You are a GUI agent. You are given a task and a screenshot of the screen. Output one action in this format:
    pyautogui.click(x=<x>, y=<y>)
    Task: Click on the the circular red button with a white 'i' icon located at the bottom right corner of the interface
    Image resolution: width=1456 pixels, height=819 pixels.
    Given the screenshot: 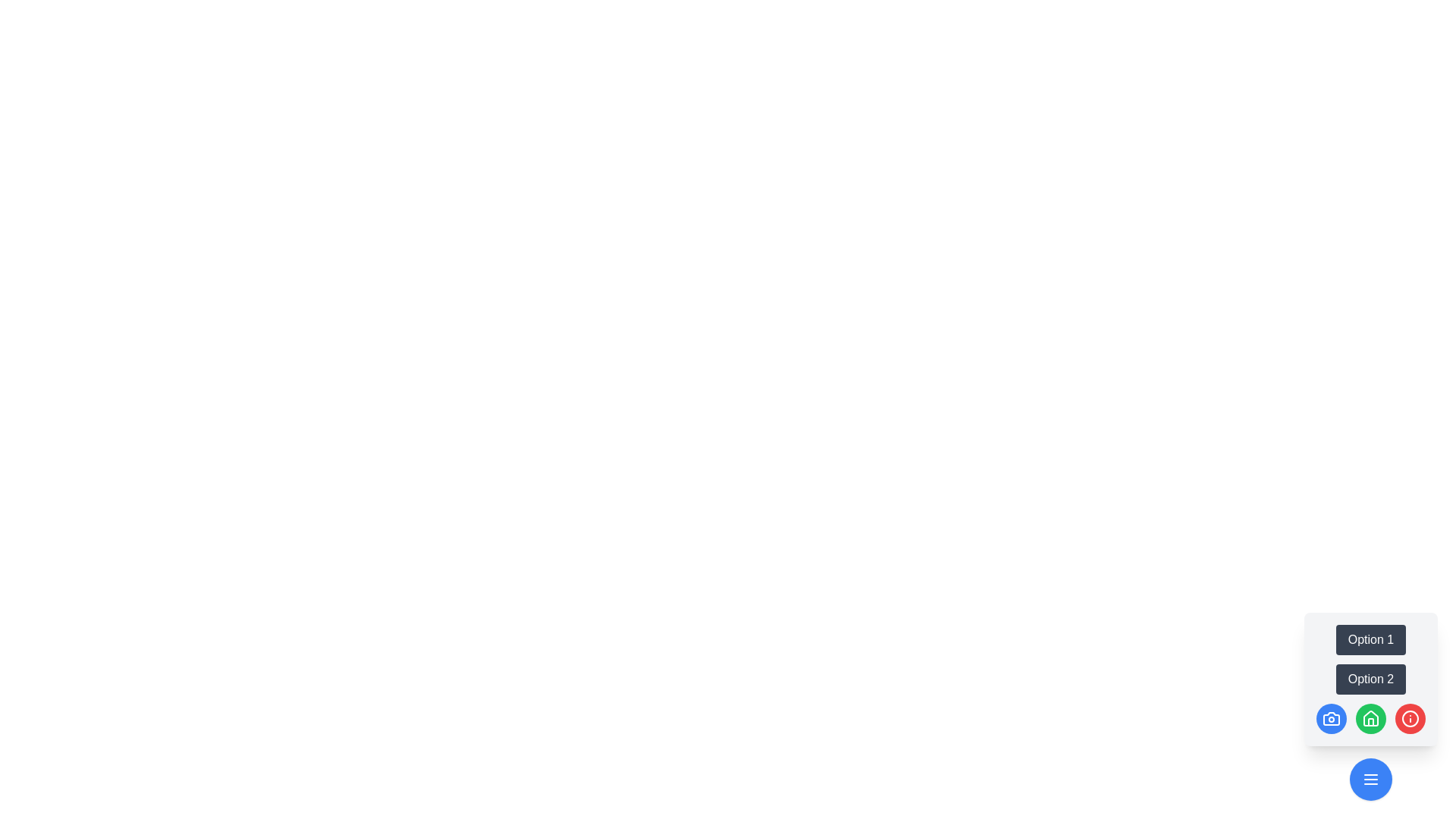 What is the action you would take?
    pyautogui.click(x=1410, y=718)
    